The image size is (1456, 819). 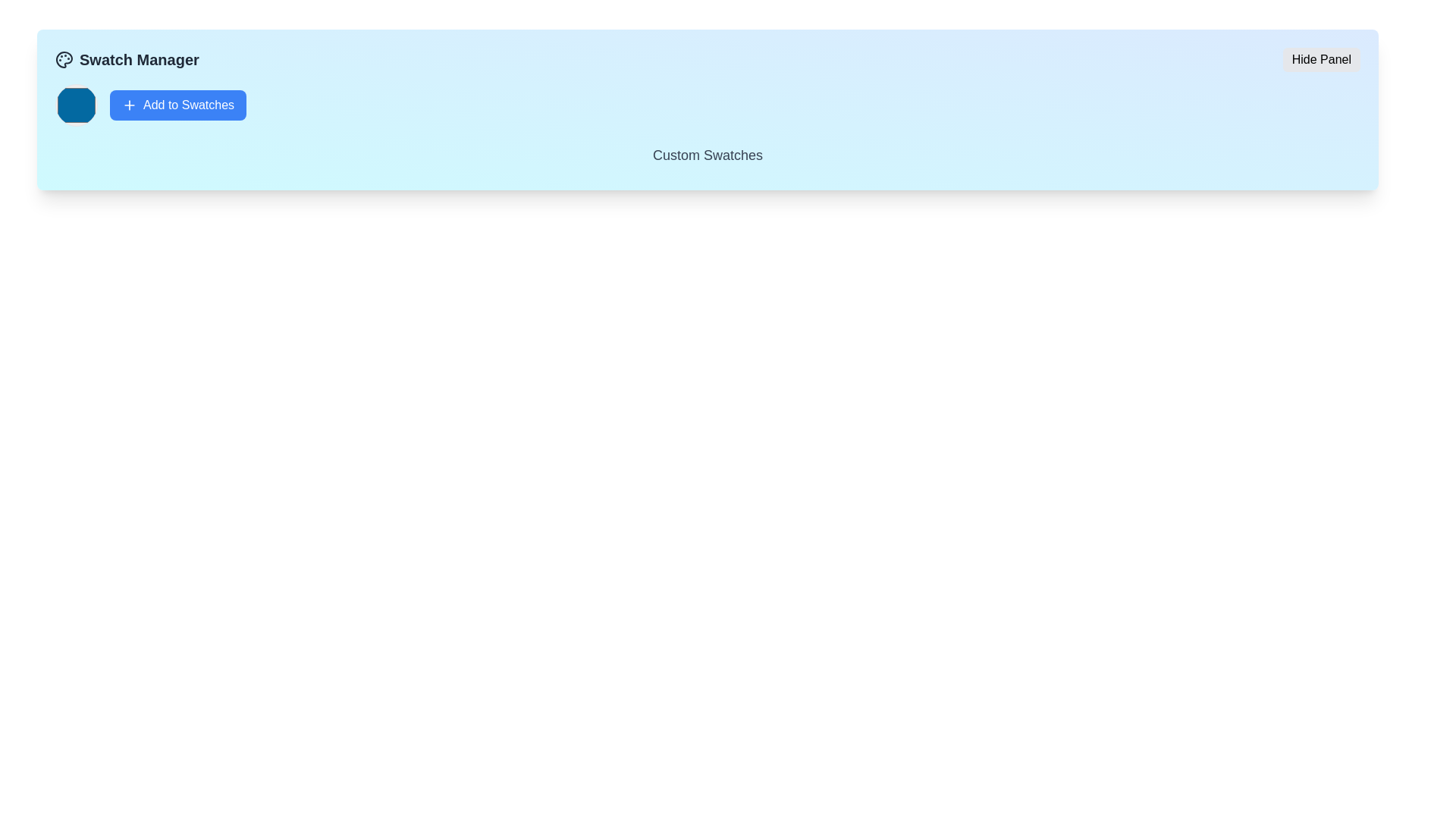 What do you see at coordinates (75, 104) in the screenshot?
I see `the blue circular color swatch with a diameter of 14 units` at bounding box center [75, 104].